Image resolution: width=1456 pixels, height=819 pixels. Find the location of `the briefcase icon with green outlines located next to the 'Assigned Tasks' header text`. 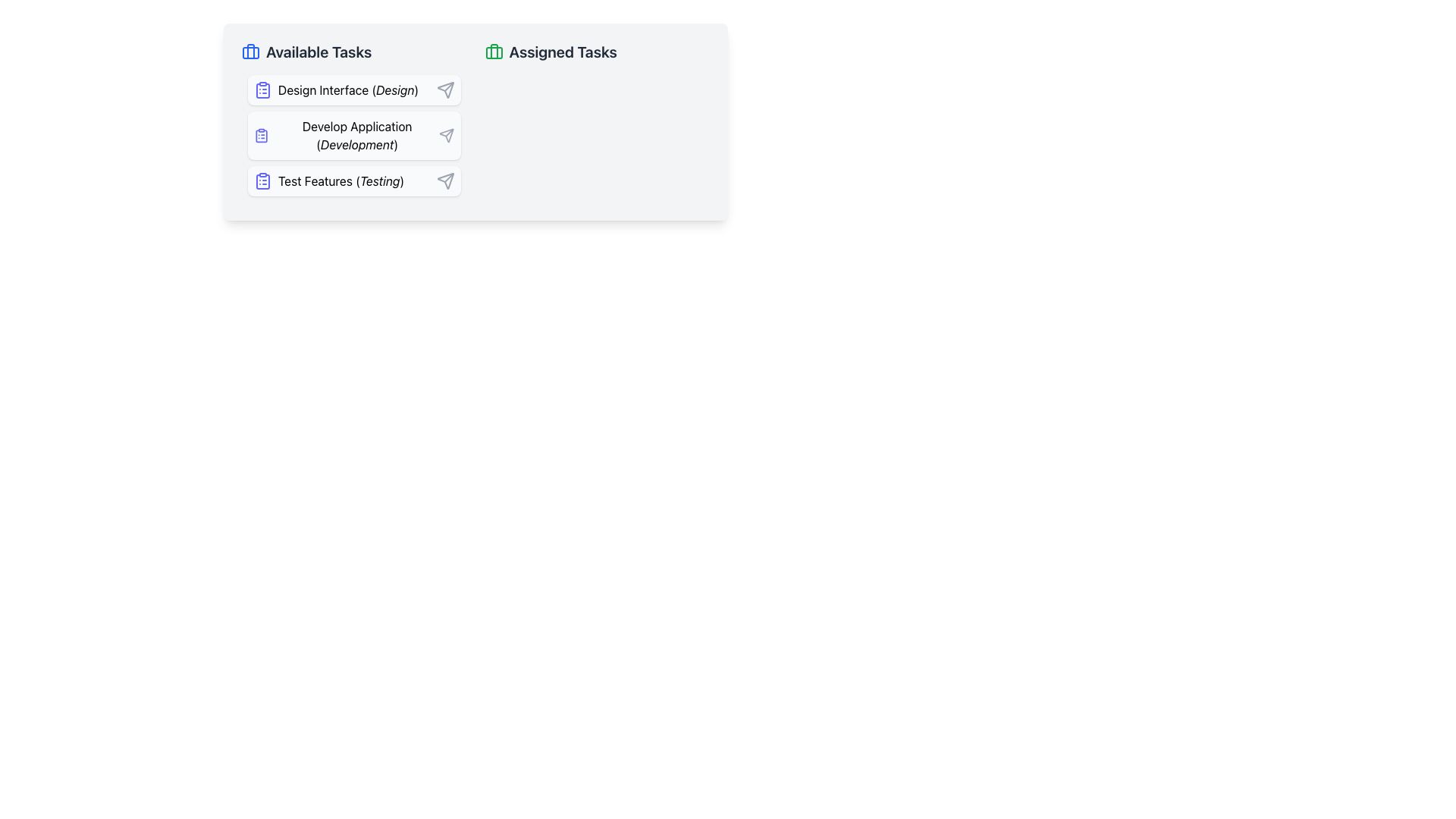

the briefcase icon with green outlines located next to the 'Assigned Tasks' header text is located at coordinates (494, 52).